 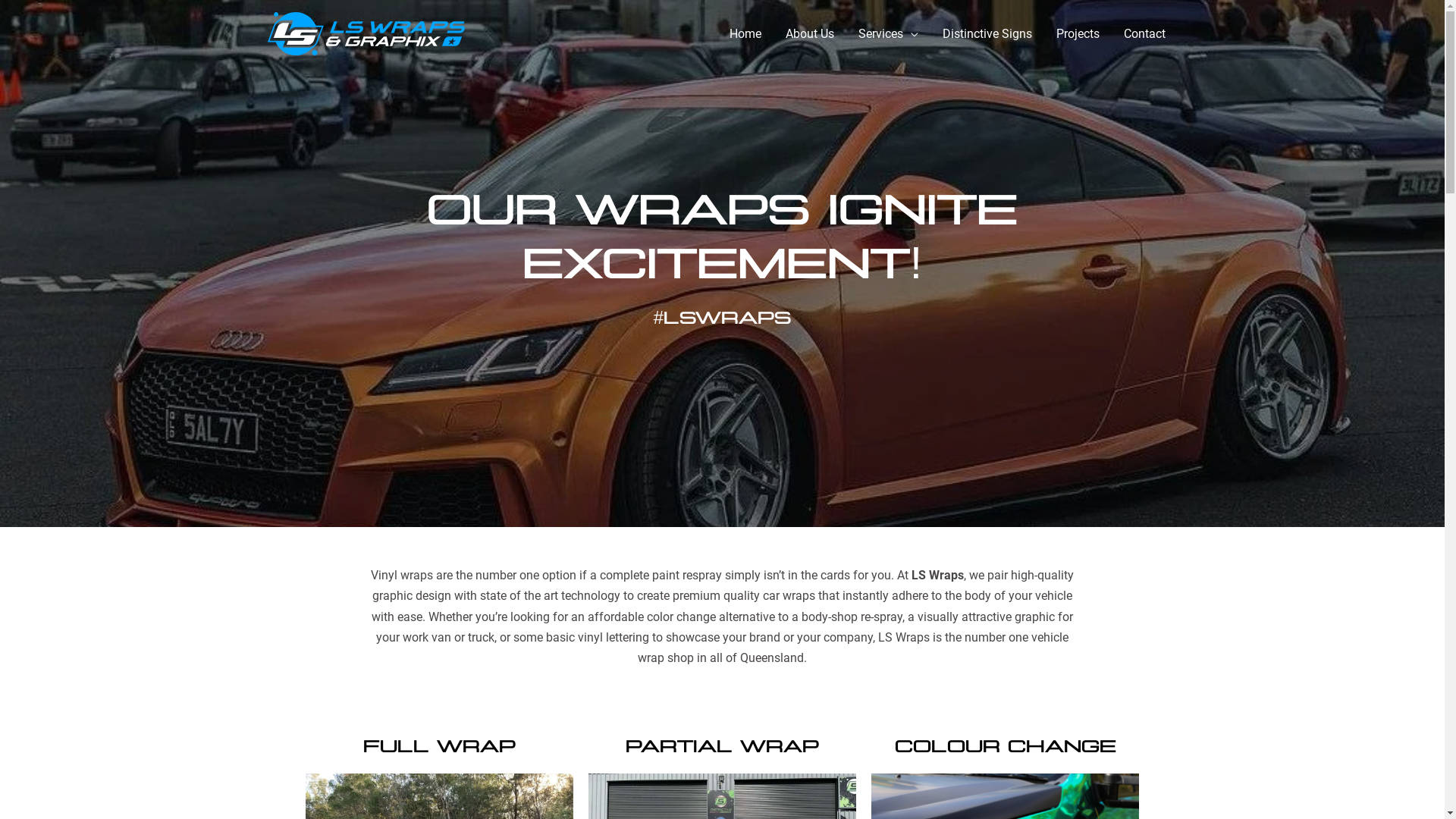 What do you see at coordinates (986, 34) in the screenshot?
I see `'Distinctive Signs'` at bounding box center [986, 34].